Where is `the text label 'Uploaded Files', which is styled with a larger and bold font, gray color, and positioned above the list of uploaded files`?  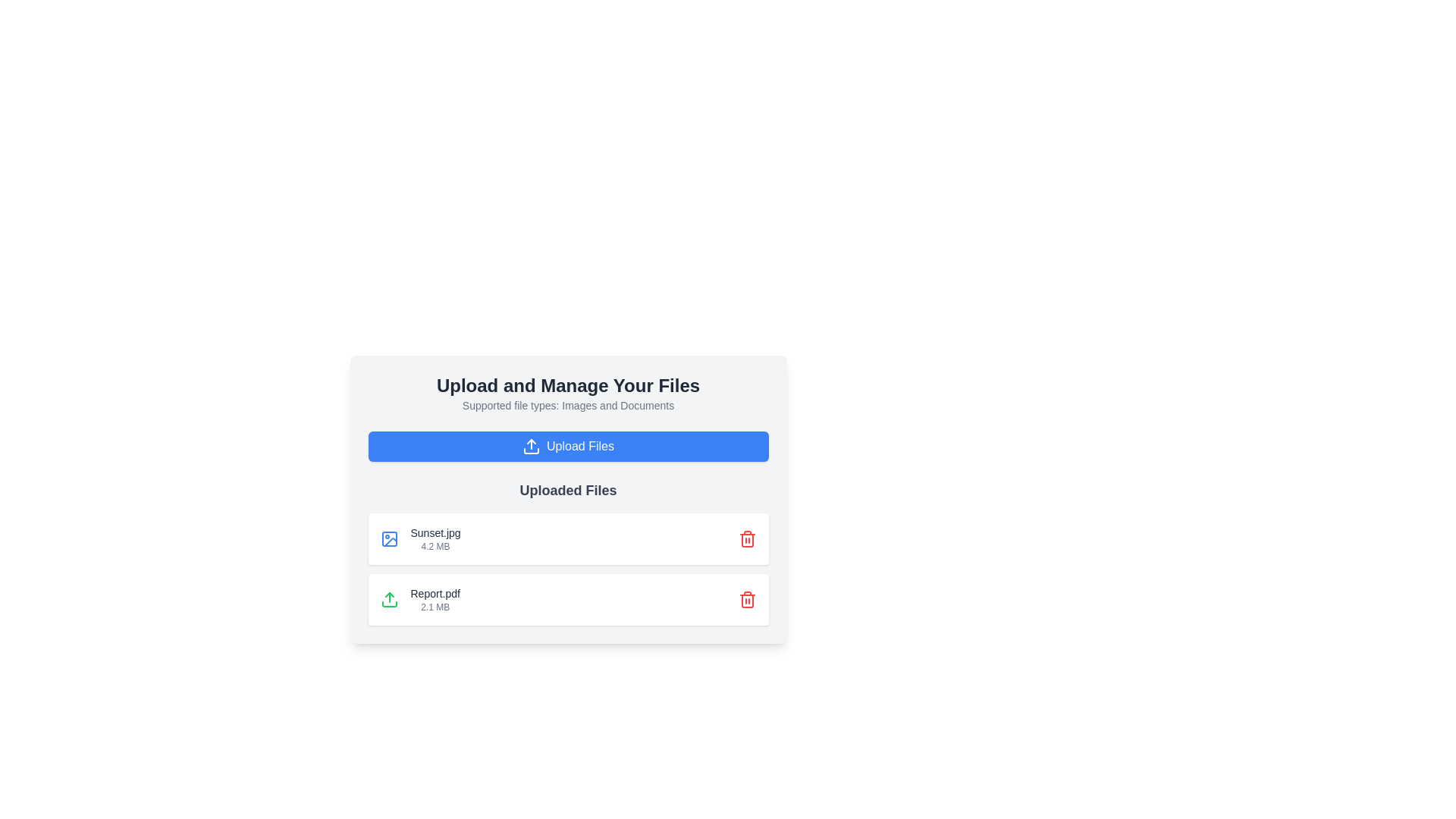
the text label 'Uploaded Files', which is styled with a larger and bold font, gray color, and positioned above the list of uploaded files is located at coordinates (567, 491).